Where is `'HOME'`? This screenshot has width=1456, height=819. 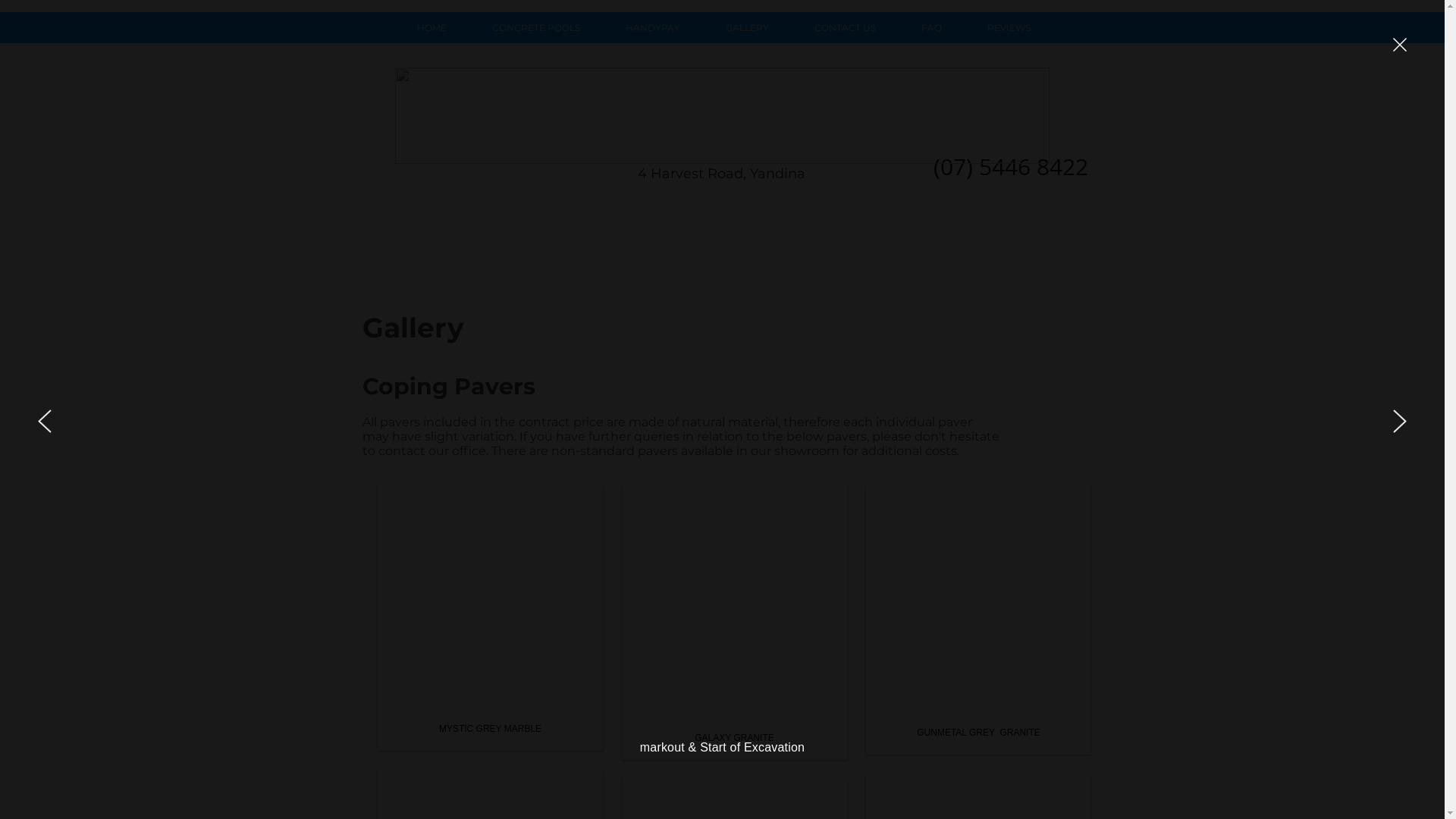
'HOME' is located at coordinates (431, 27).